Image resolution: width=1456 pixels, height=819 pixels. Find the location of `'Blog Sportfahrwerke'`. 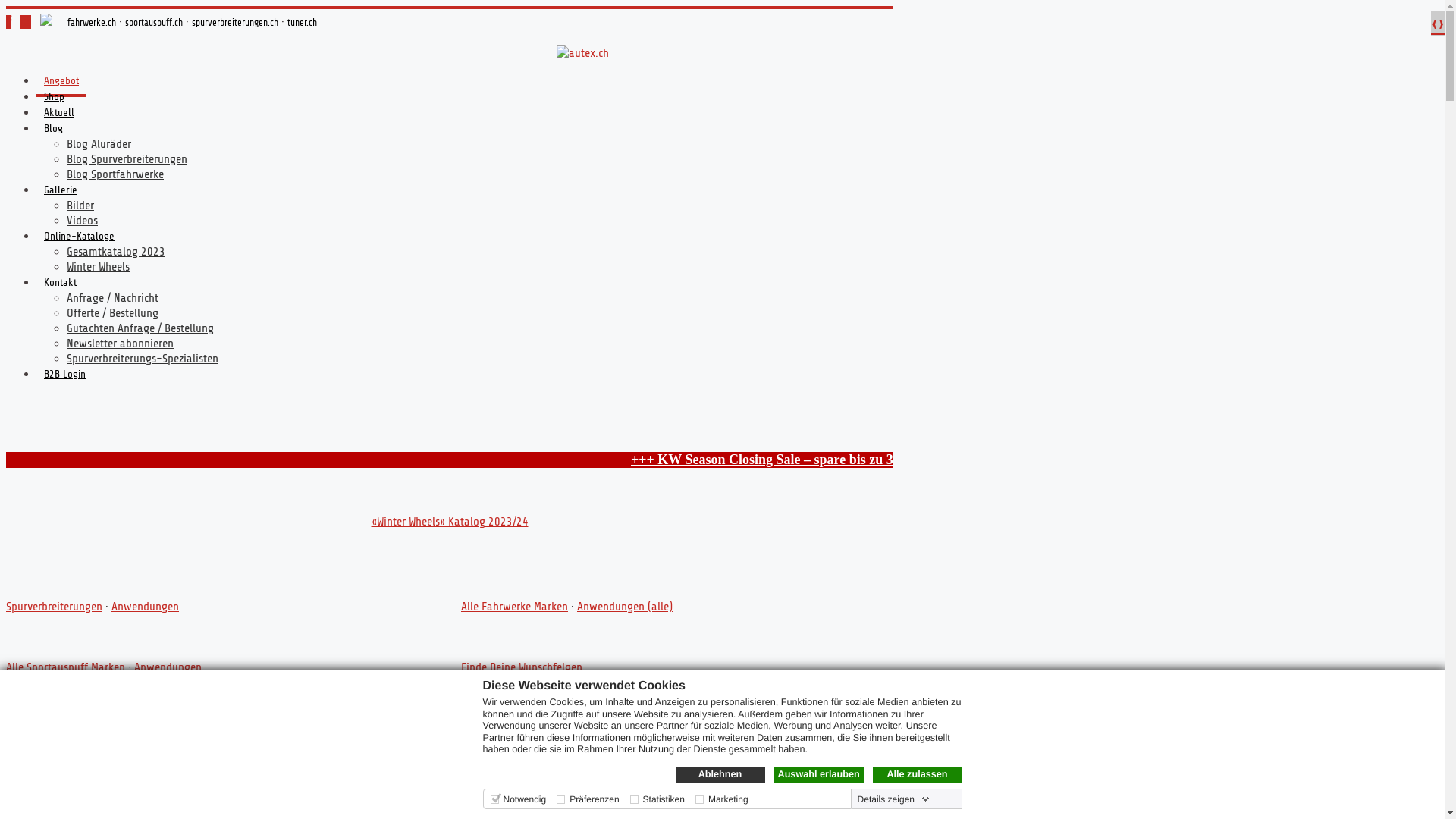

'Blog Sportfahrwerke' is located at coordinates (65, 174).